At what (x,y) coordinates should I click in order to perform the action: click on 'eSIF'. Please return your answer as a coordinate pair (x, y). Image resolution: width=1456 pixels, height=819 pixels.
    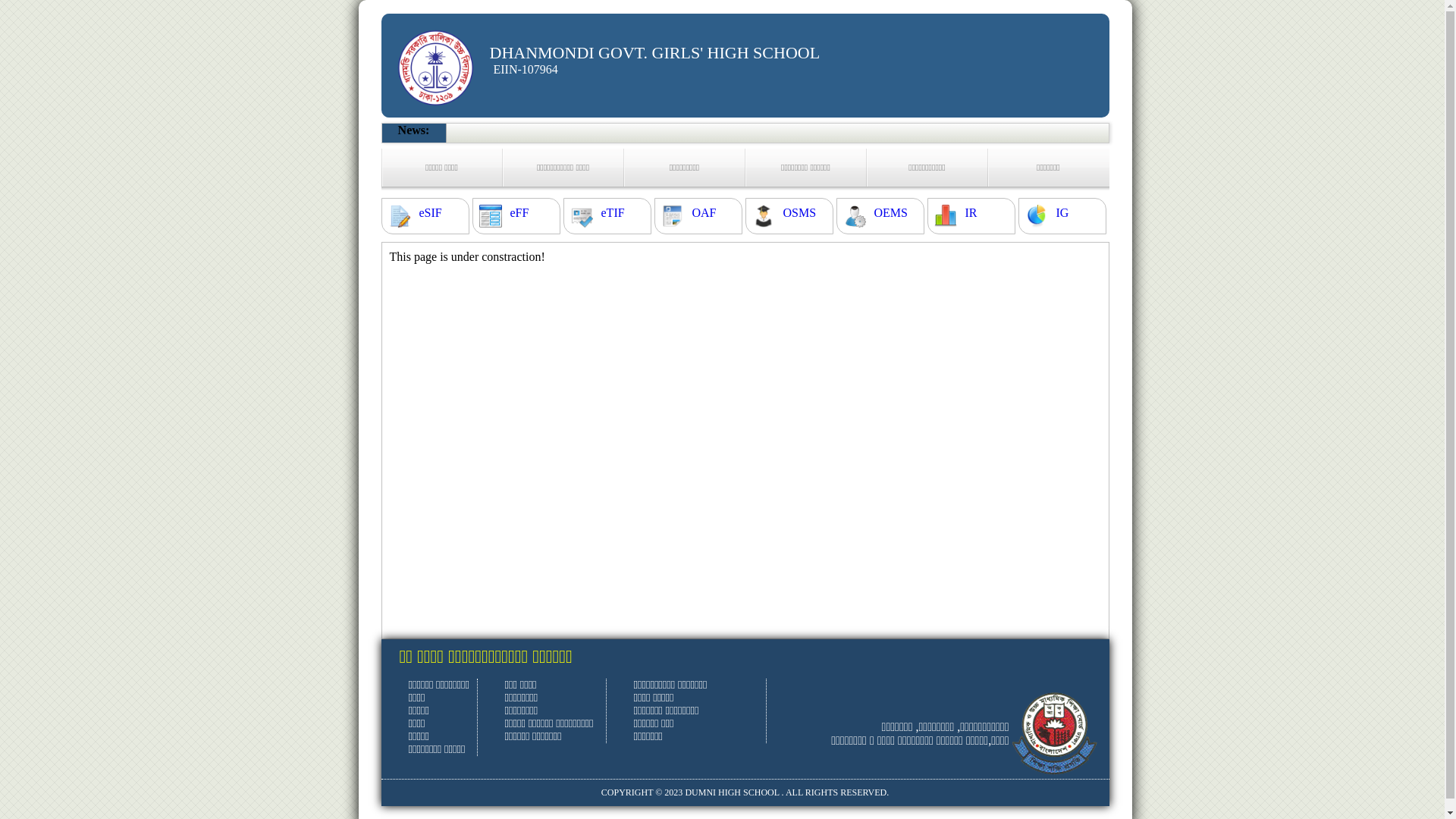
    Looking at the image, I should click on (428, 213).